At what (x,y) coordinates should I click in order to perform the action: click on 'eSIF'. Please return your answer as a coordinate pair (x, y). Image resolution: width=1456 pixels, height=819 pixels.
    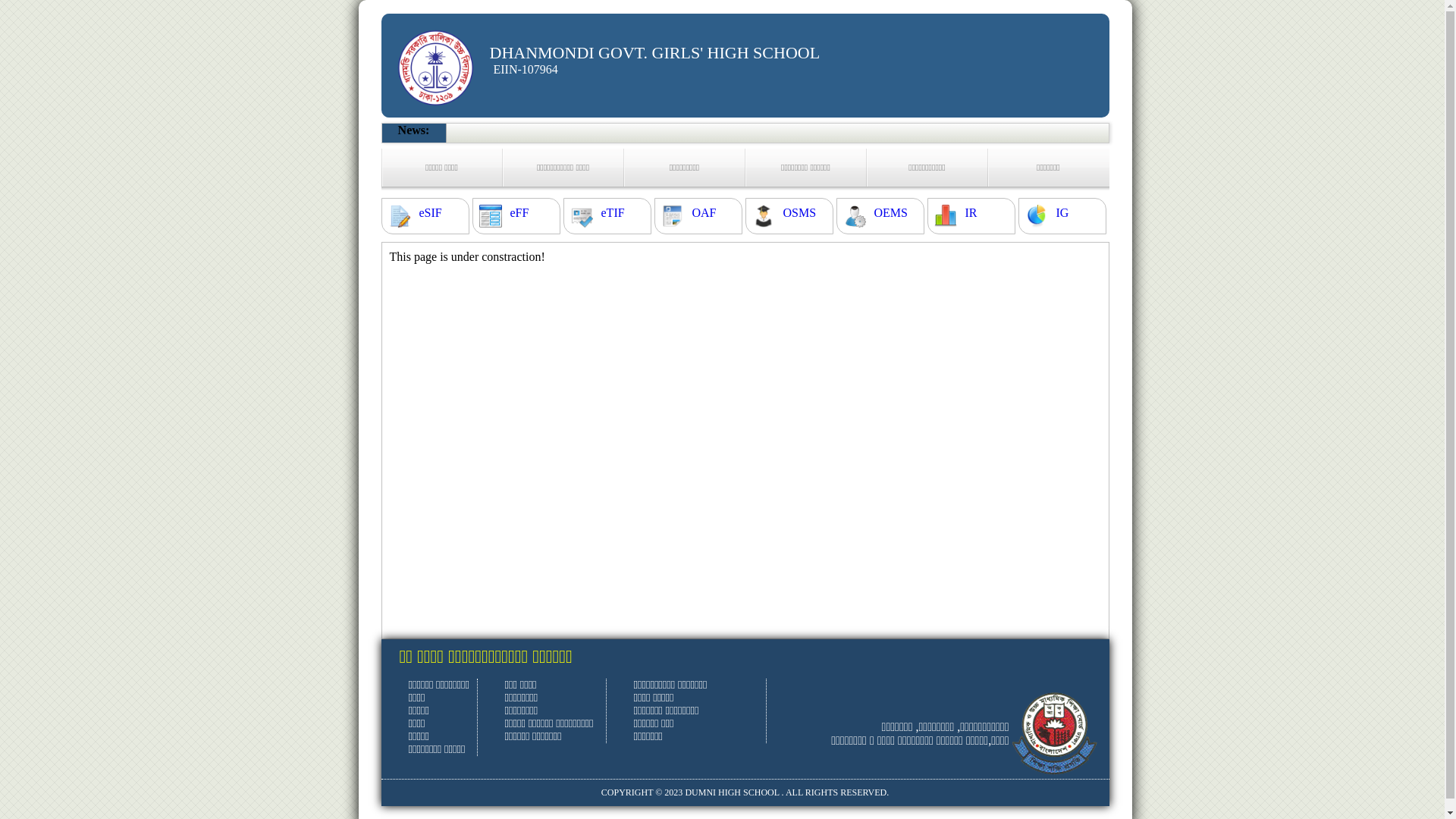
    Looking at the image, I should click on (428, 213).